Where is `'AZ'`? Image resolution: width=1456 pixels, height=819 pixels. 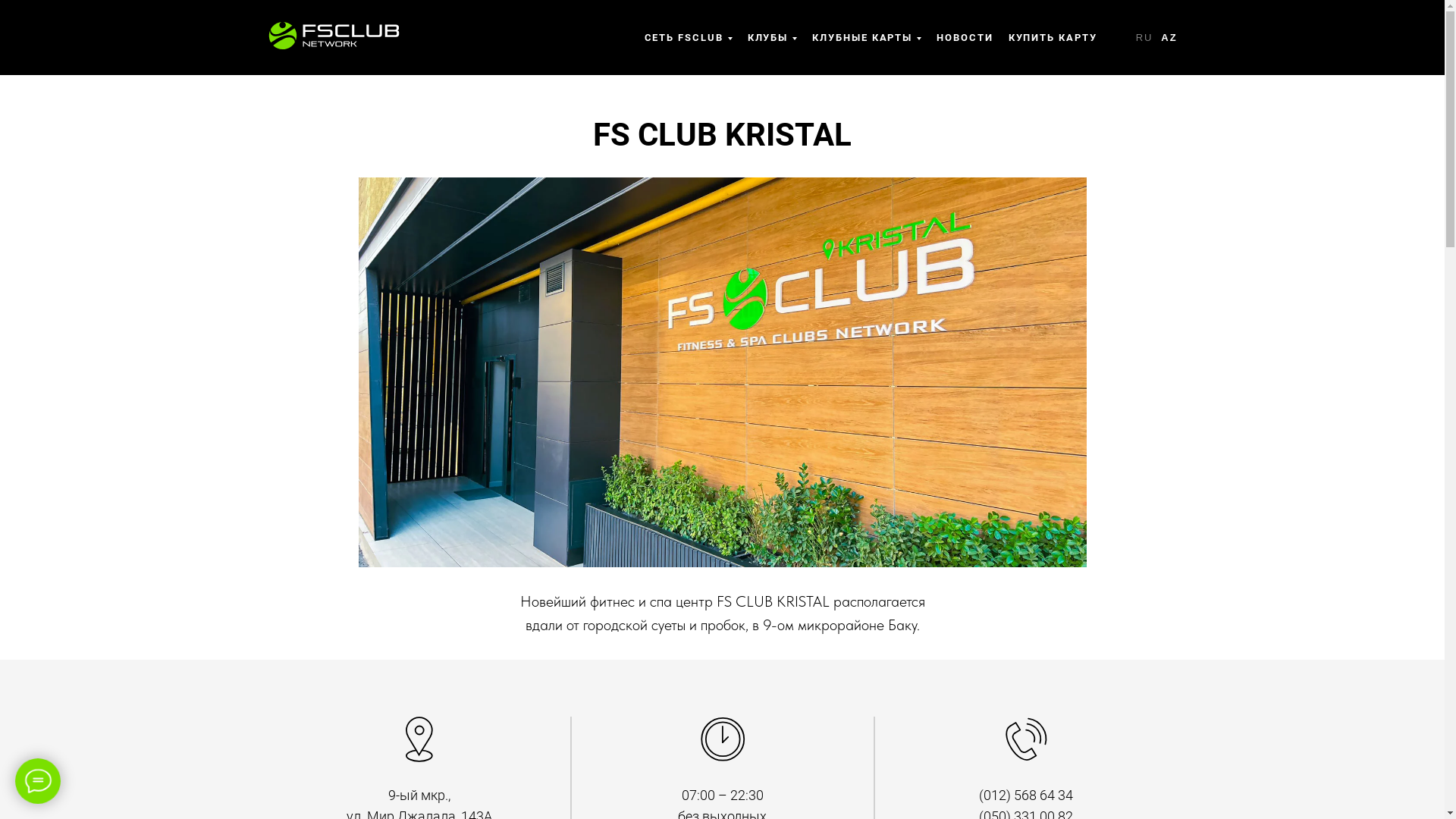
'AZ' is located at coordinates (1168, 36).